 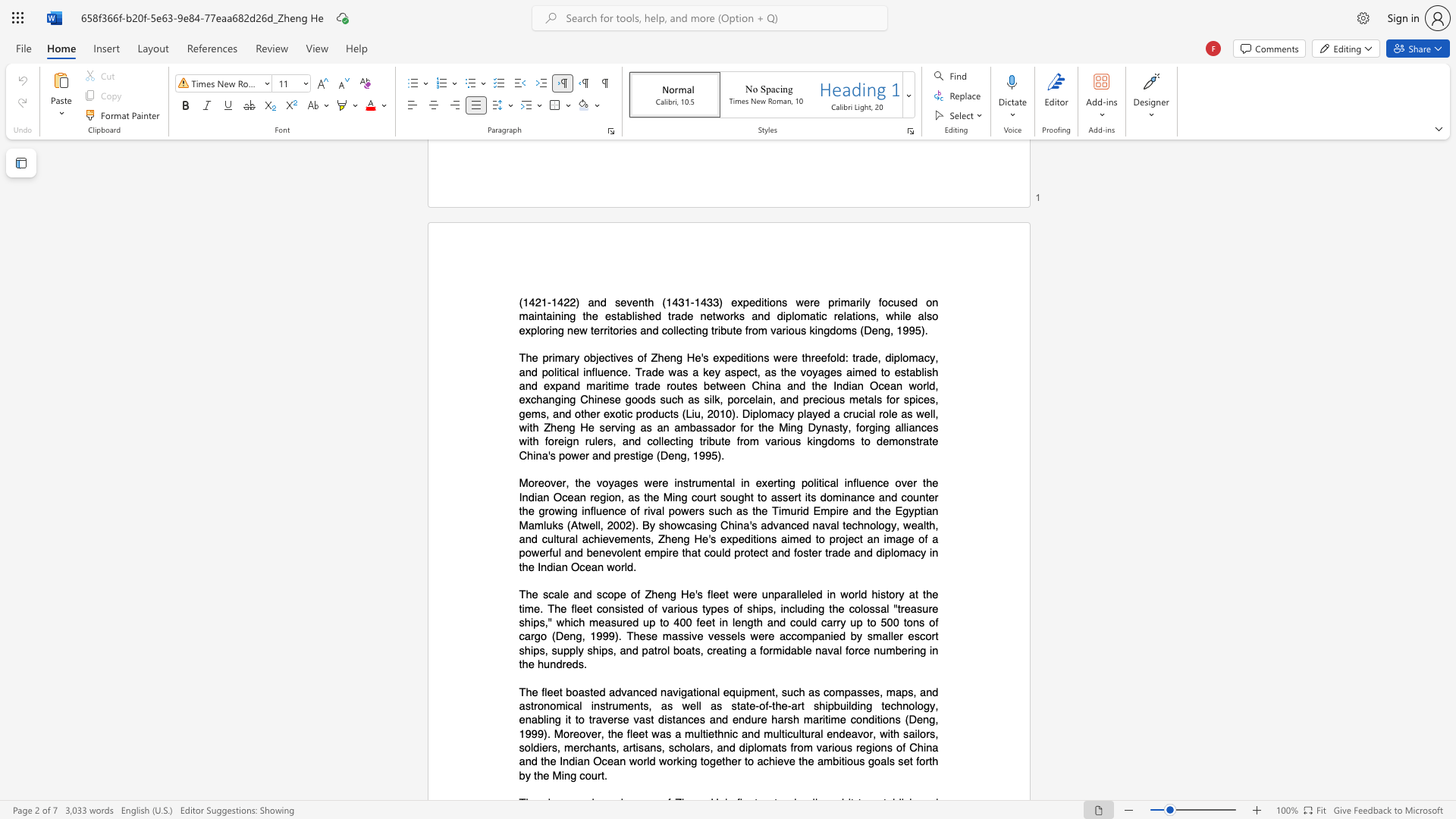 I want to click on the space between the continuous character "o" and "n" in the text, so click(x=614, y=497).